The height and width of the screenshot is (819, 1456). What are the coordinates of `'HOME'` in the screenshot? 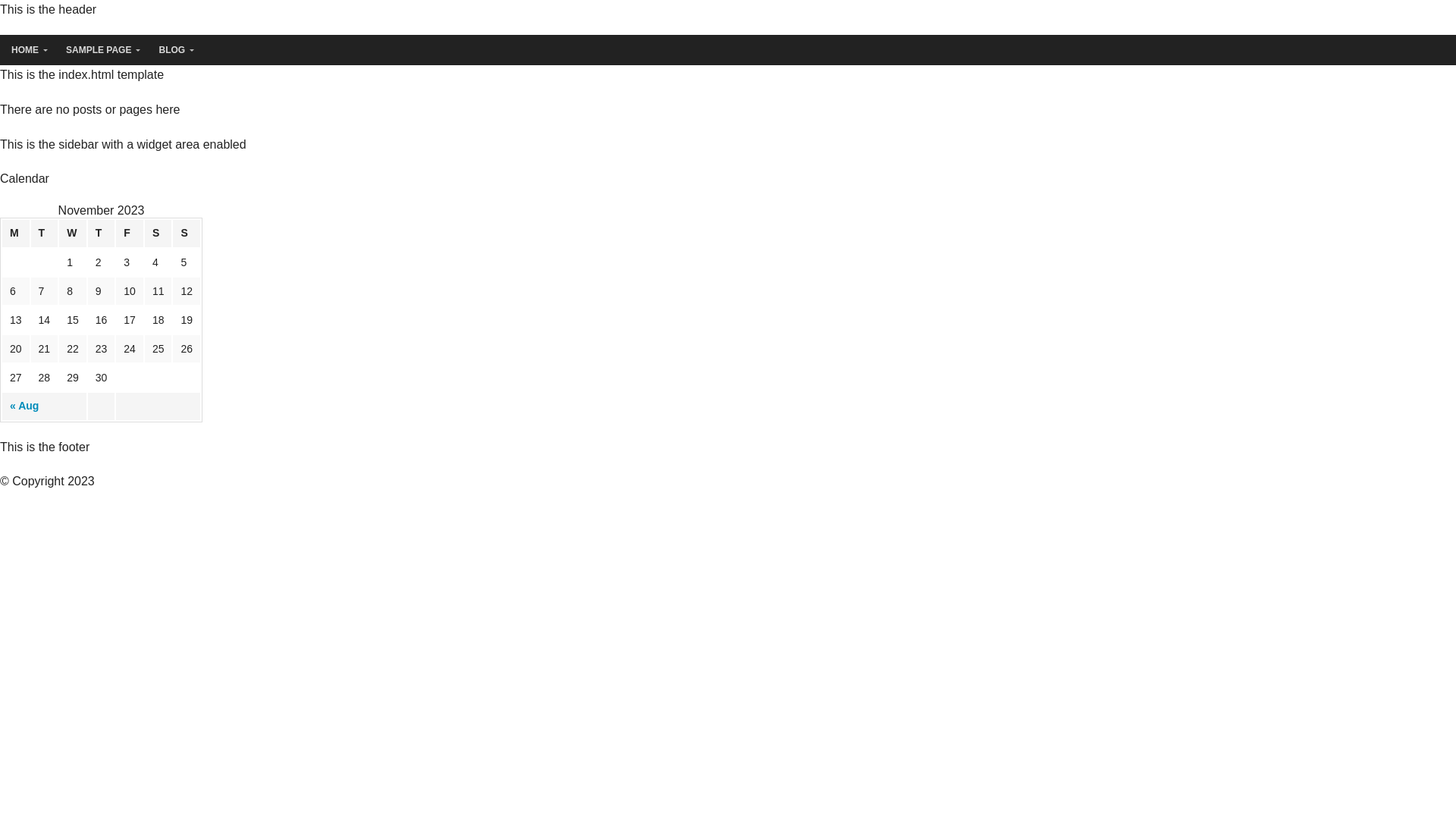 It's located at (27, 49).